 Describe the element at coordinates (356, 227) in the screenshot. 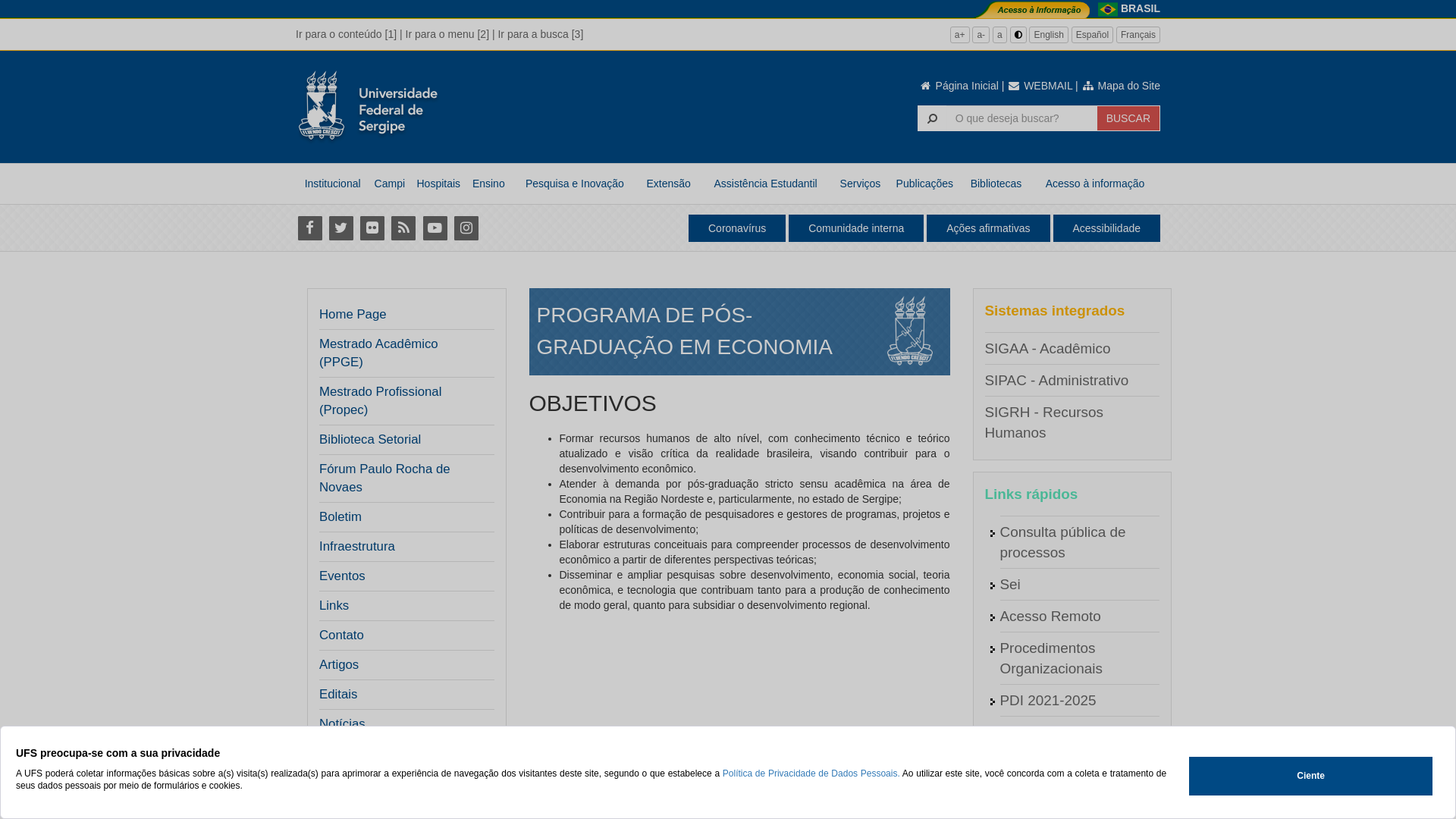

I see `'Flickr'` at that location.